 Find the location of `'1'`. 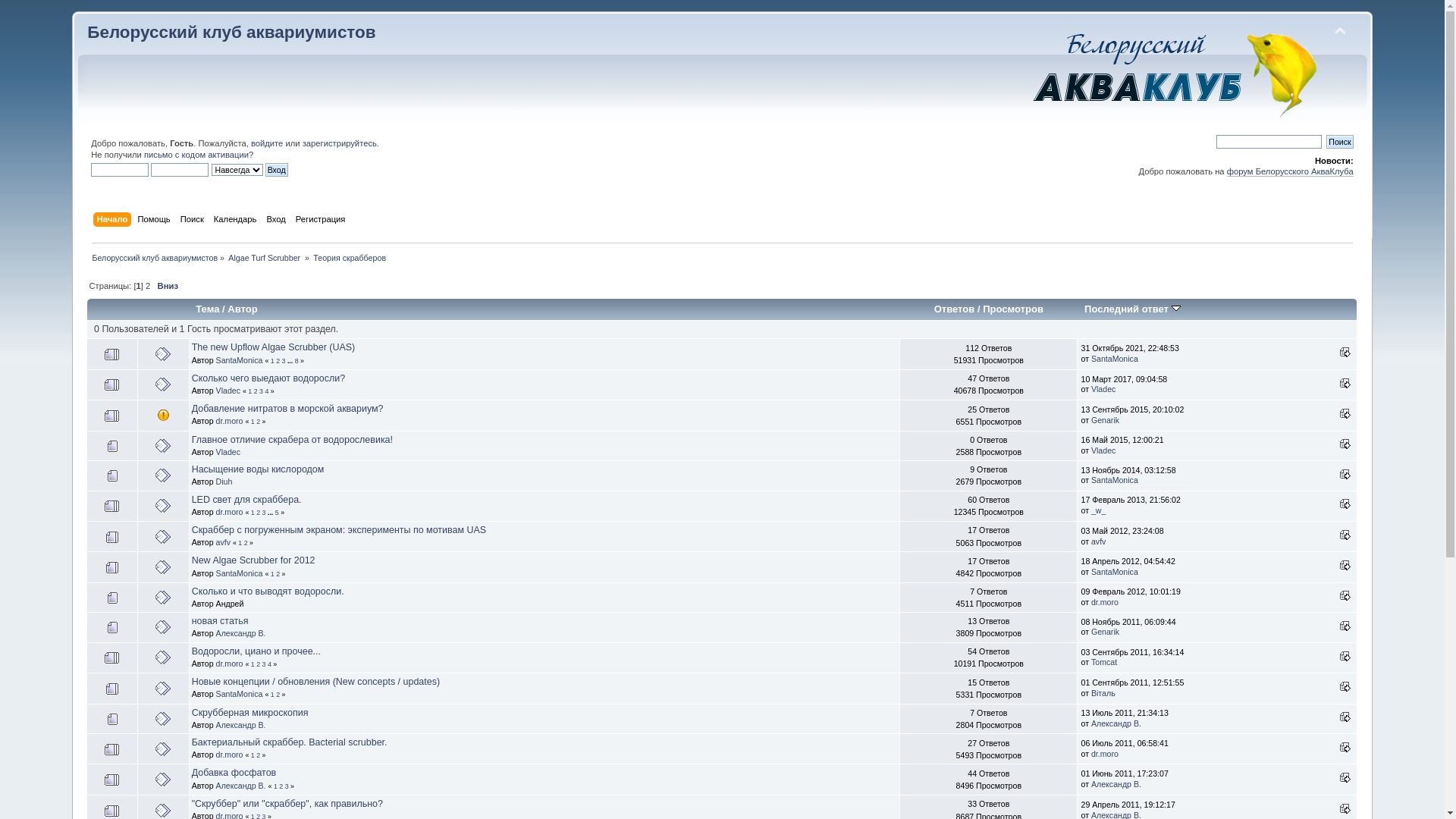

'1' is located at coordinates (253, 512).